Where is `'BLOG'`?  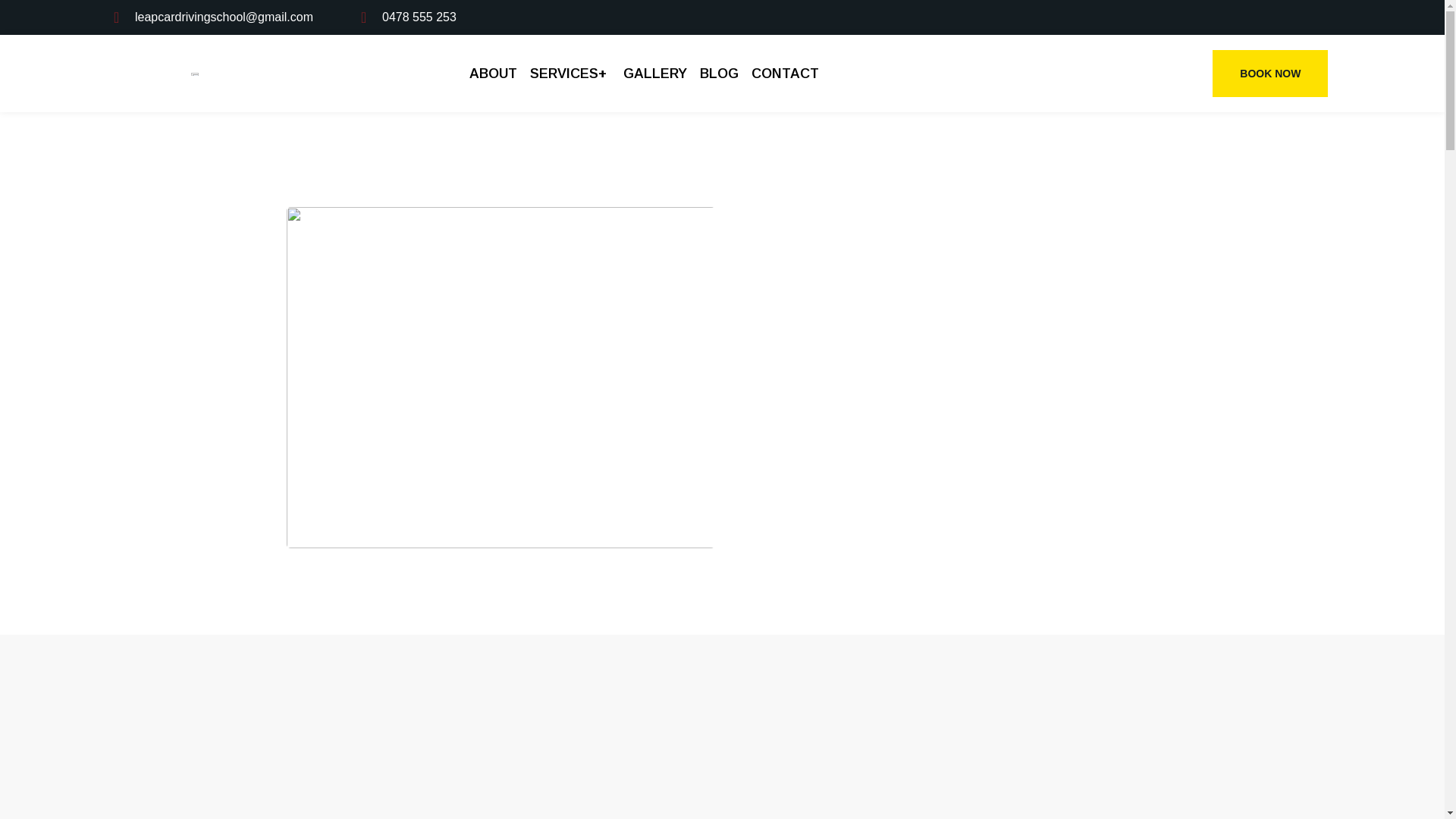
'BLOG' is located at coordinates (718, 73).